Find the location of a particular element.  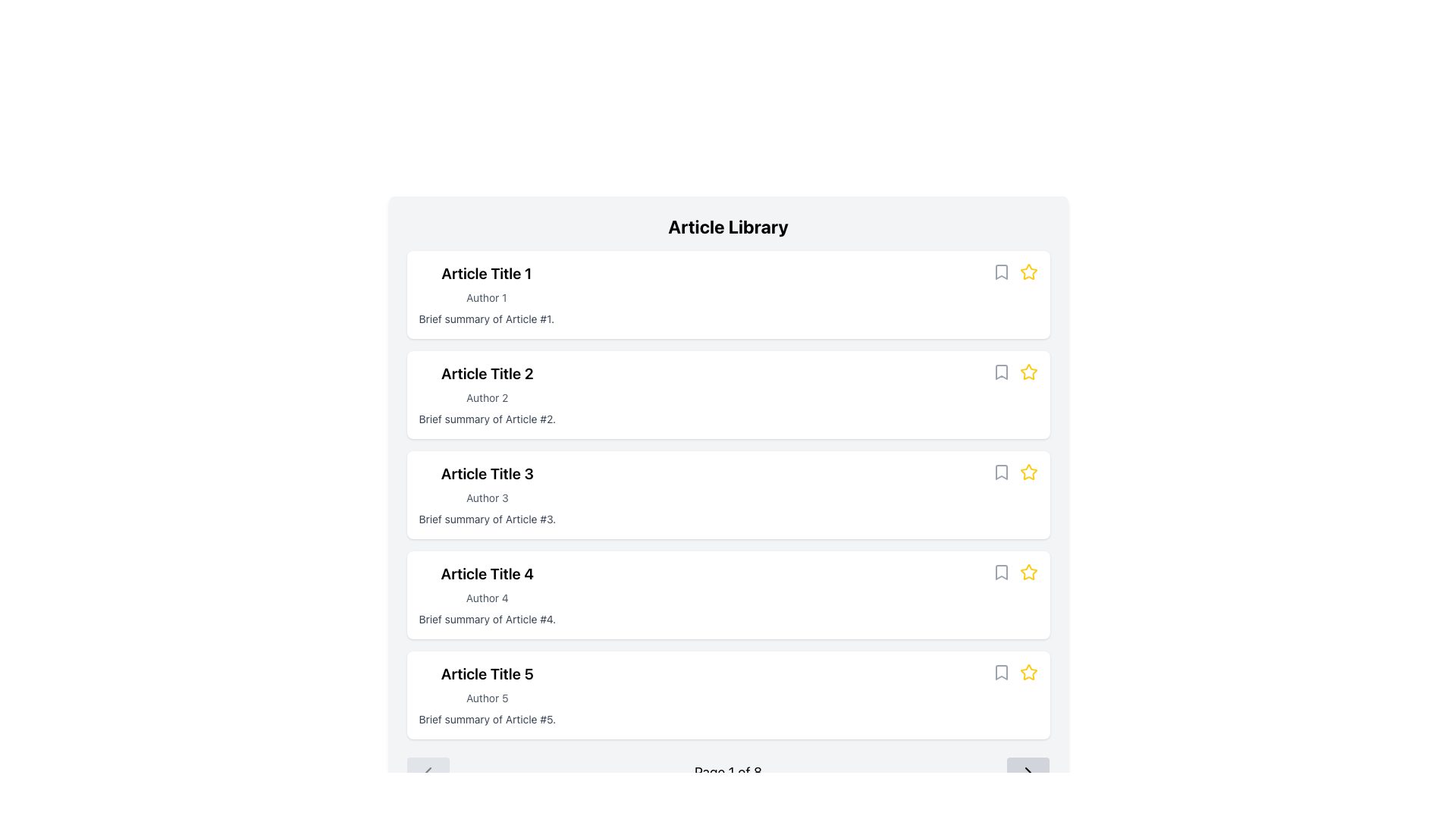

the third Card component in the Article Library list is located at coordinates (487, 494).